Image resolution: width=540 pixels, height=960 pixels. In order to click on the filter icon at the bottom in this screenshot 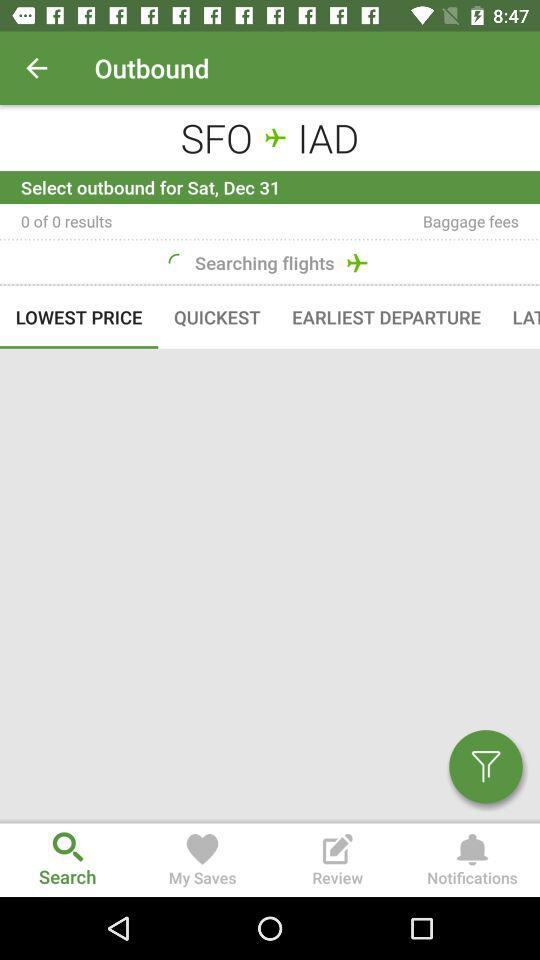, I will do `click(476, 773)`.